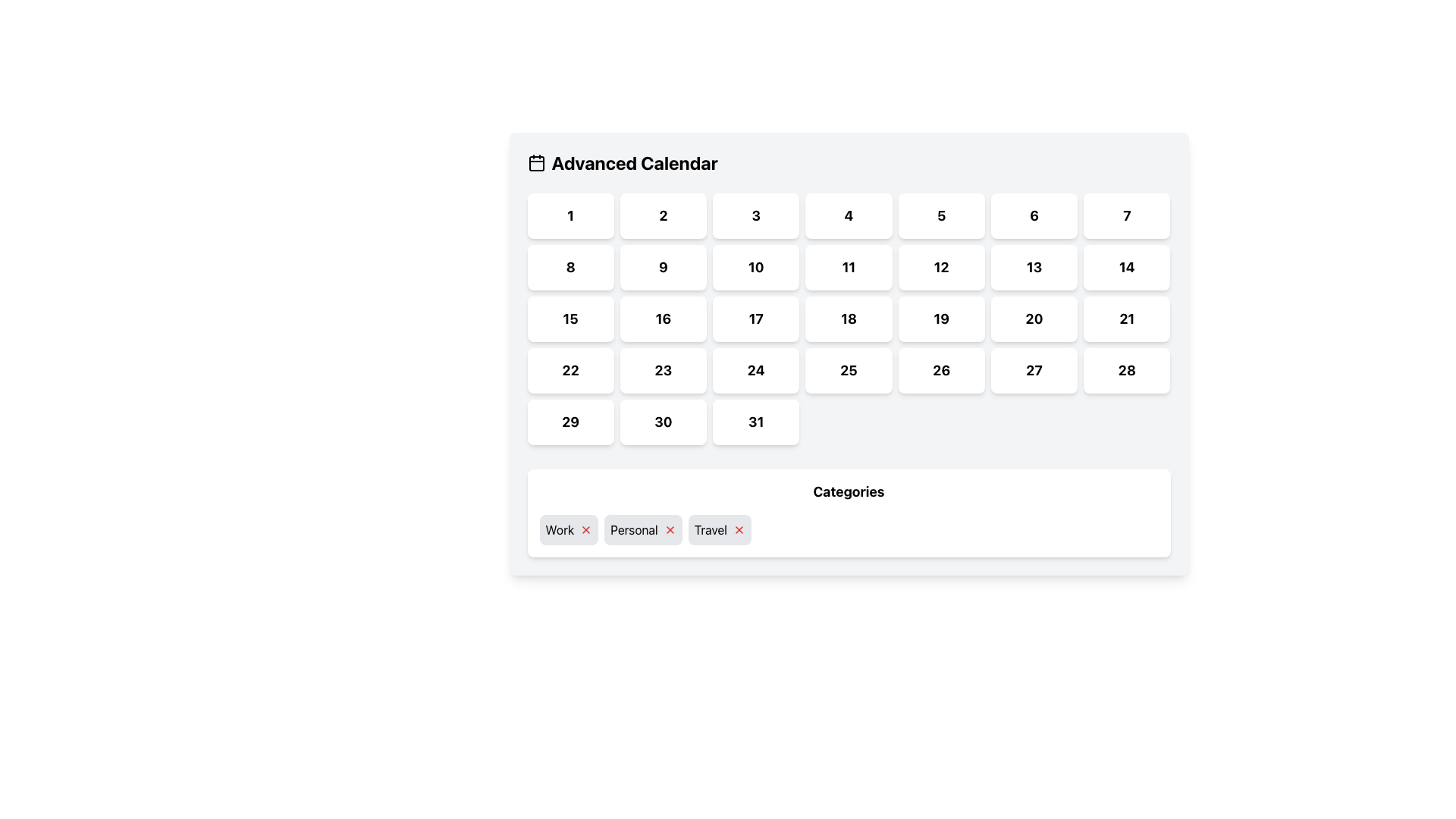 The width and height of the screenshot is (1456, 819). Describe the element at coordinates (940, 318) in the screenshot. I see `the selectable day button in the calendar interface` at that location.